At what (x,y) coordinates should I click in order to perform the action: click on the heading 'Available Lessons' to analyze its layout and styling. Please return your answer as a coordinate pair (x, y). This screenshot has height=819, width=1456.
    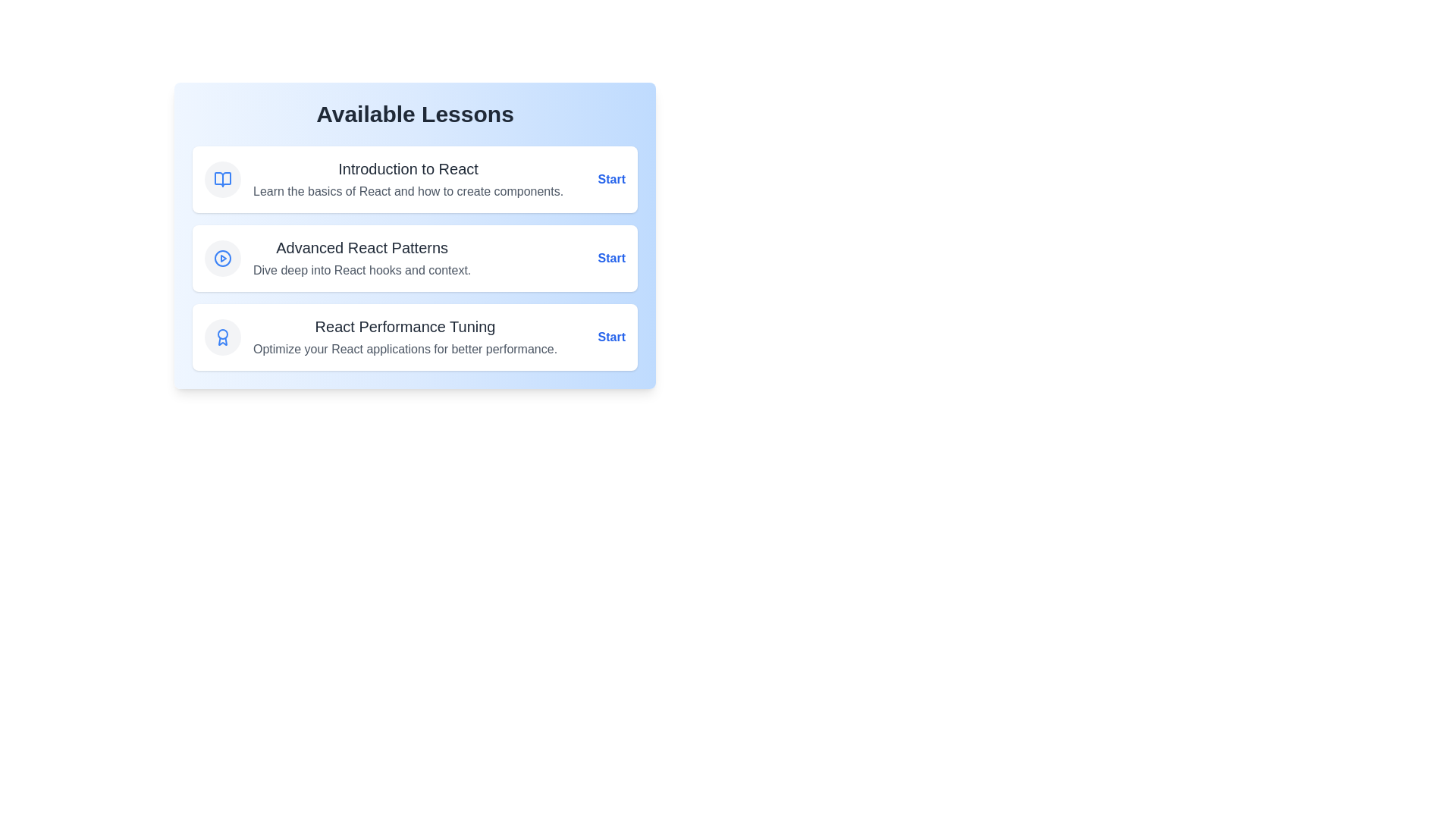
    Looking at the image, I should click on (415, 113).